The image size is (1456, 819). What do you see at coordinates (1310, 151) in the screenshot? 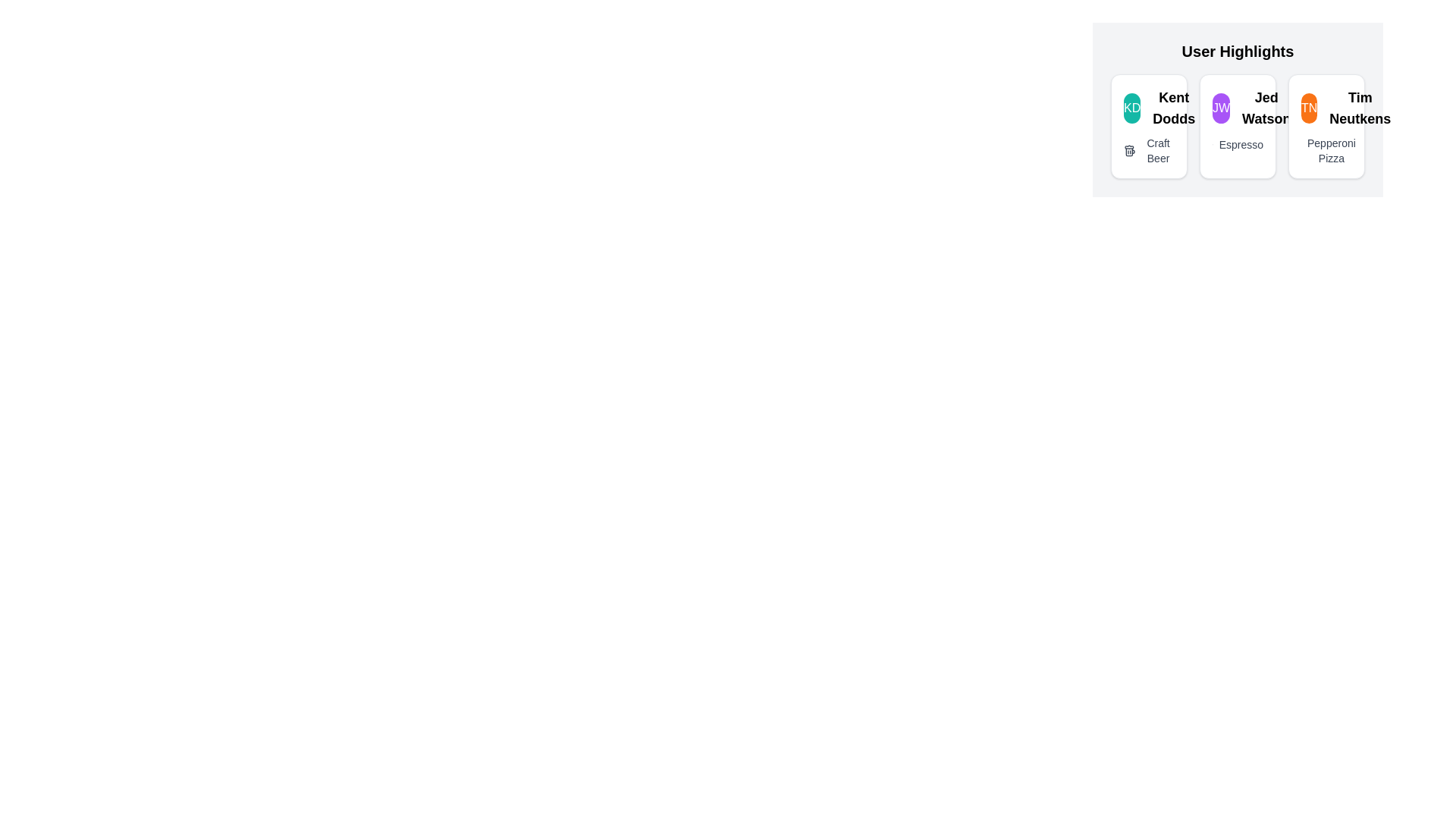
I see `the decorative pizza slice icon located under 'Tim Neutkens' and beside 'Pepperoni Pizza' in the third card of the user highlights` at bounding box center [1310, 151].